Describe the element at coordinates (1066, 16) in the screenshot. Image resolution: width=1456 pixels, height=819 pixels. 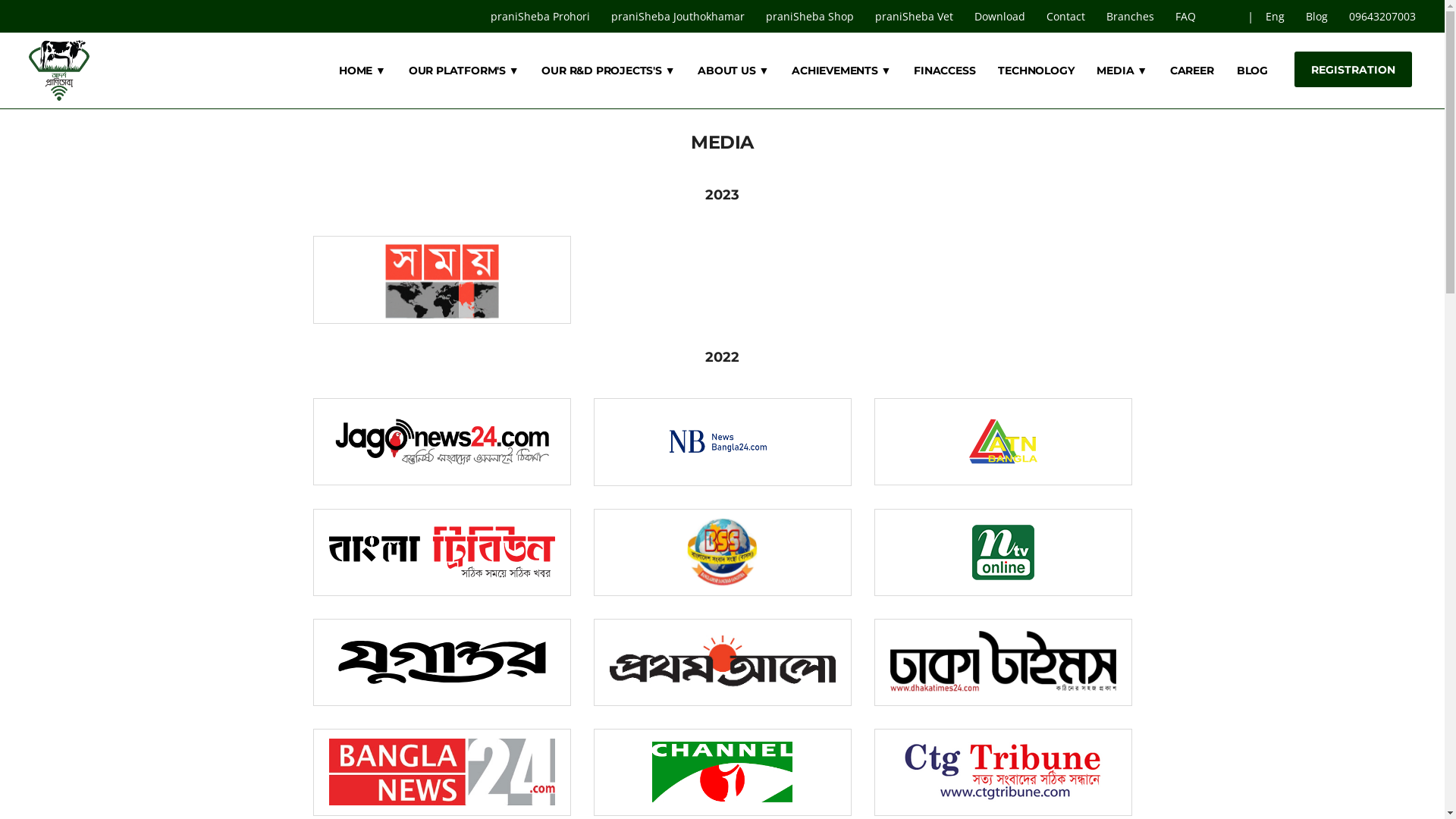
I see `'Contact'` at that location.